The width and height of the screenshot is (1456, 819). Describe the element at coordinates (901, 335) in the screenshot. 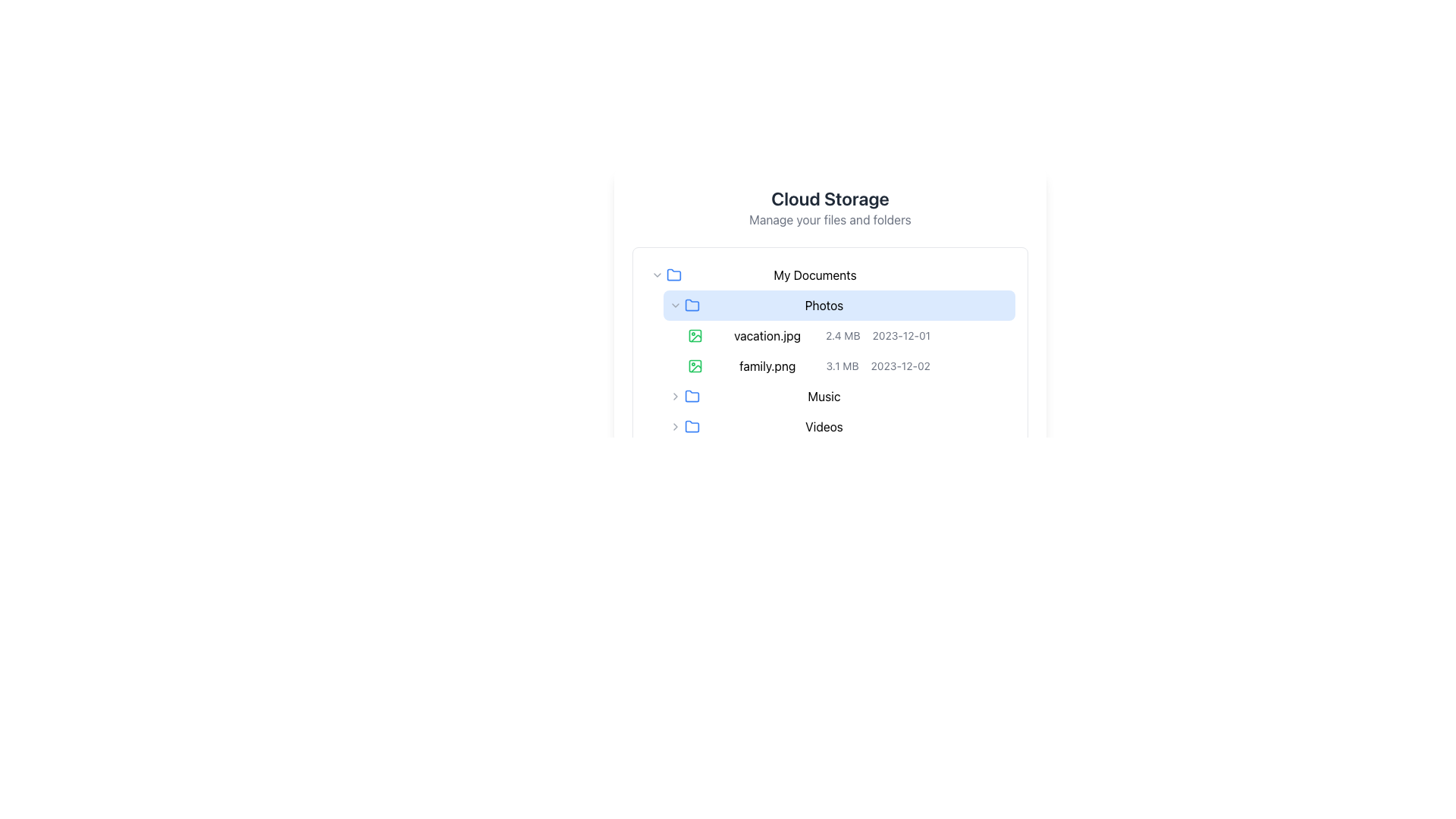

I see `the static text that indicates the last modified or created date for the file 'vacation.jpg' located in the 'Photos' folder, adjacent to the file size '2.4 MB'` at that location.